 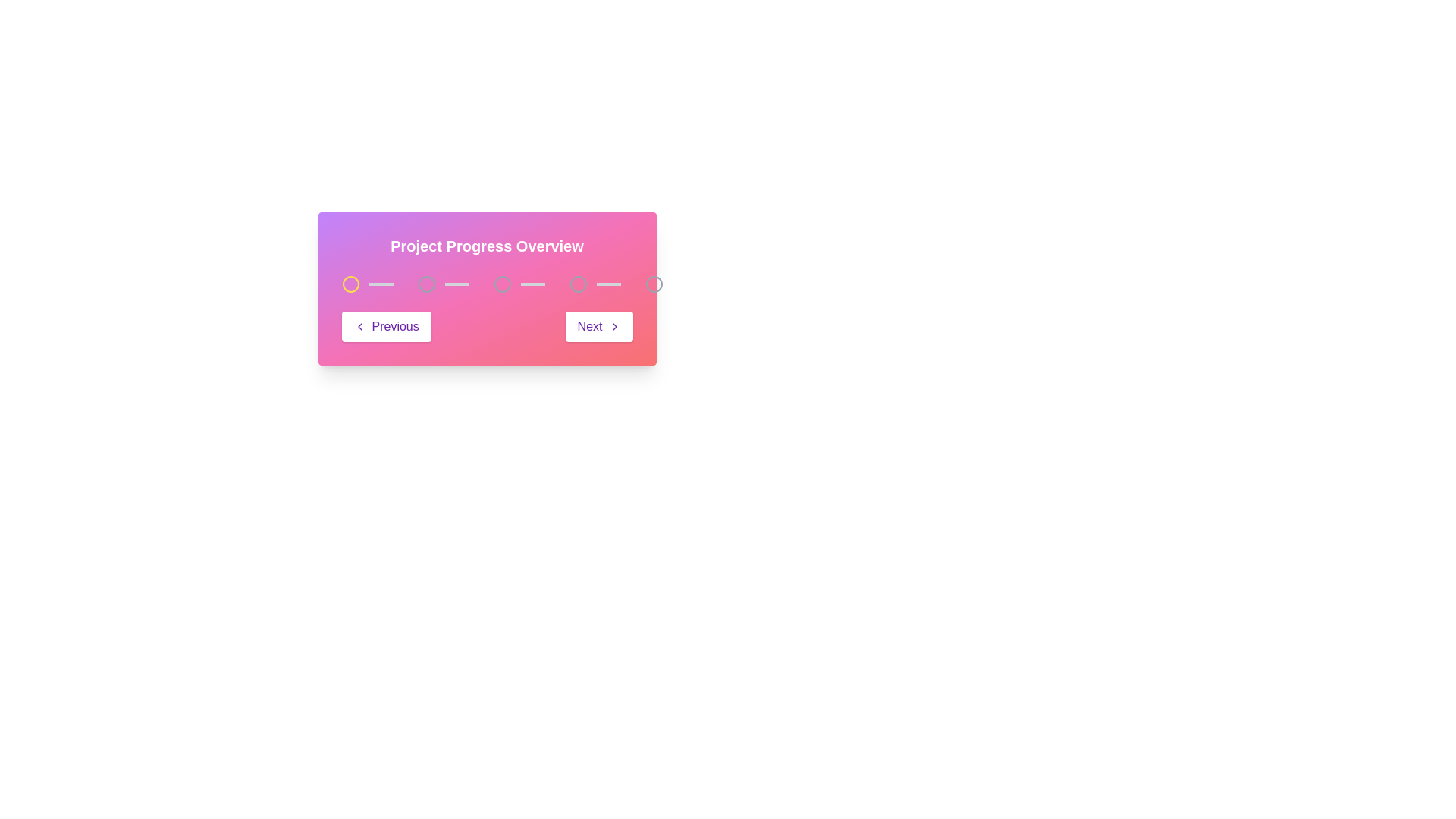 I want to click on the fourth circular marker in the progress indicator, which visually represents the fourth step in a multi-step process, so click(x=577, y=284).